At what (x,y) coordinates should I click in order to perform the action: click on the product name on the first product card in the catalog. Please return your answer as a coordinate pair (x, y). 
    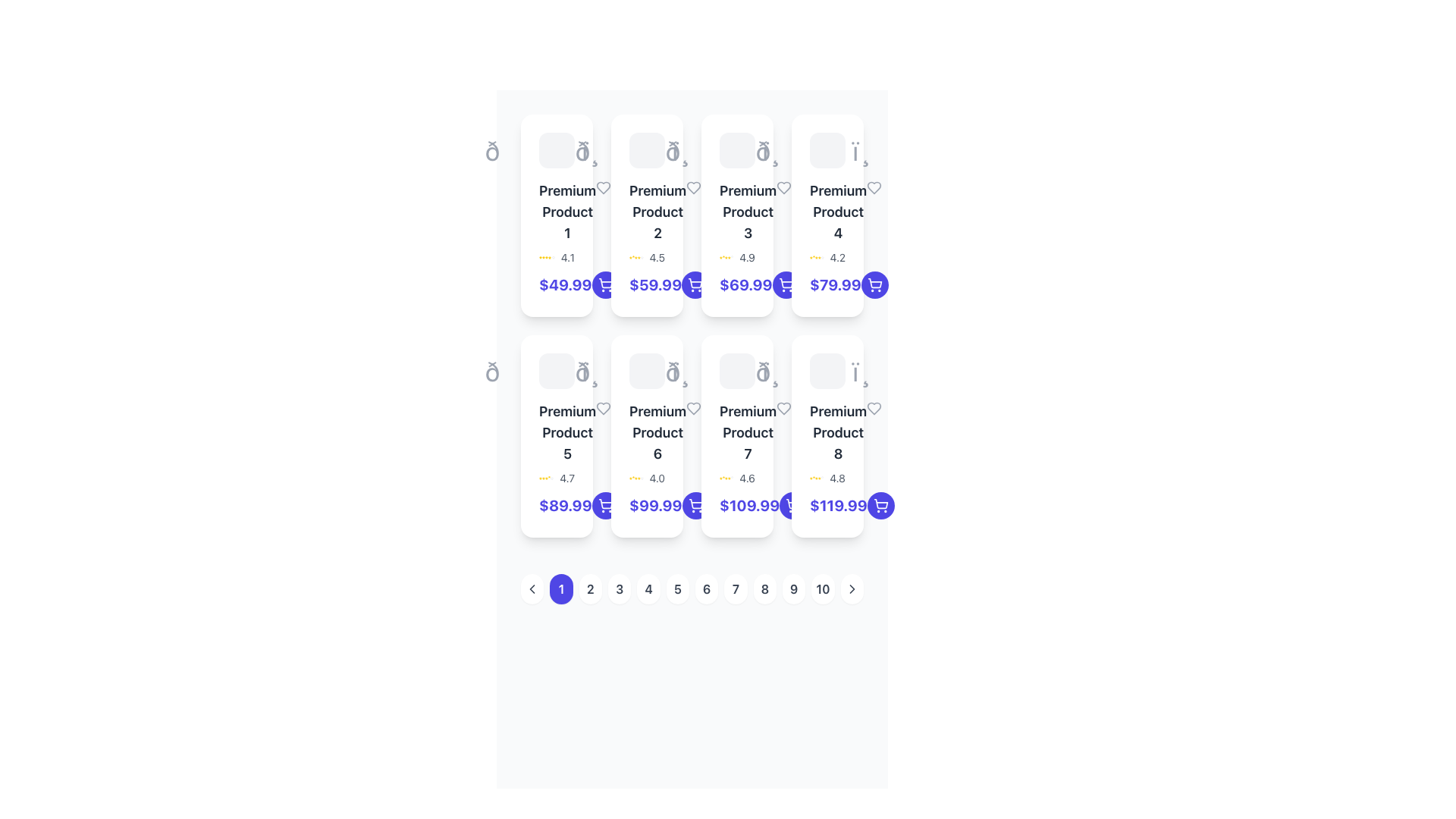
    Looking at the image, I should click on (556, 215).